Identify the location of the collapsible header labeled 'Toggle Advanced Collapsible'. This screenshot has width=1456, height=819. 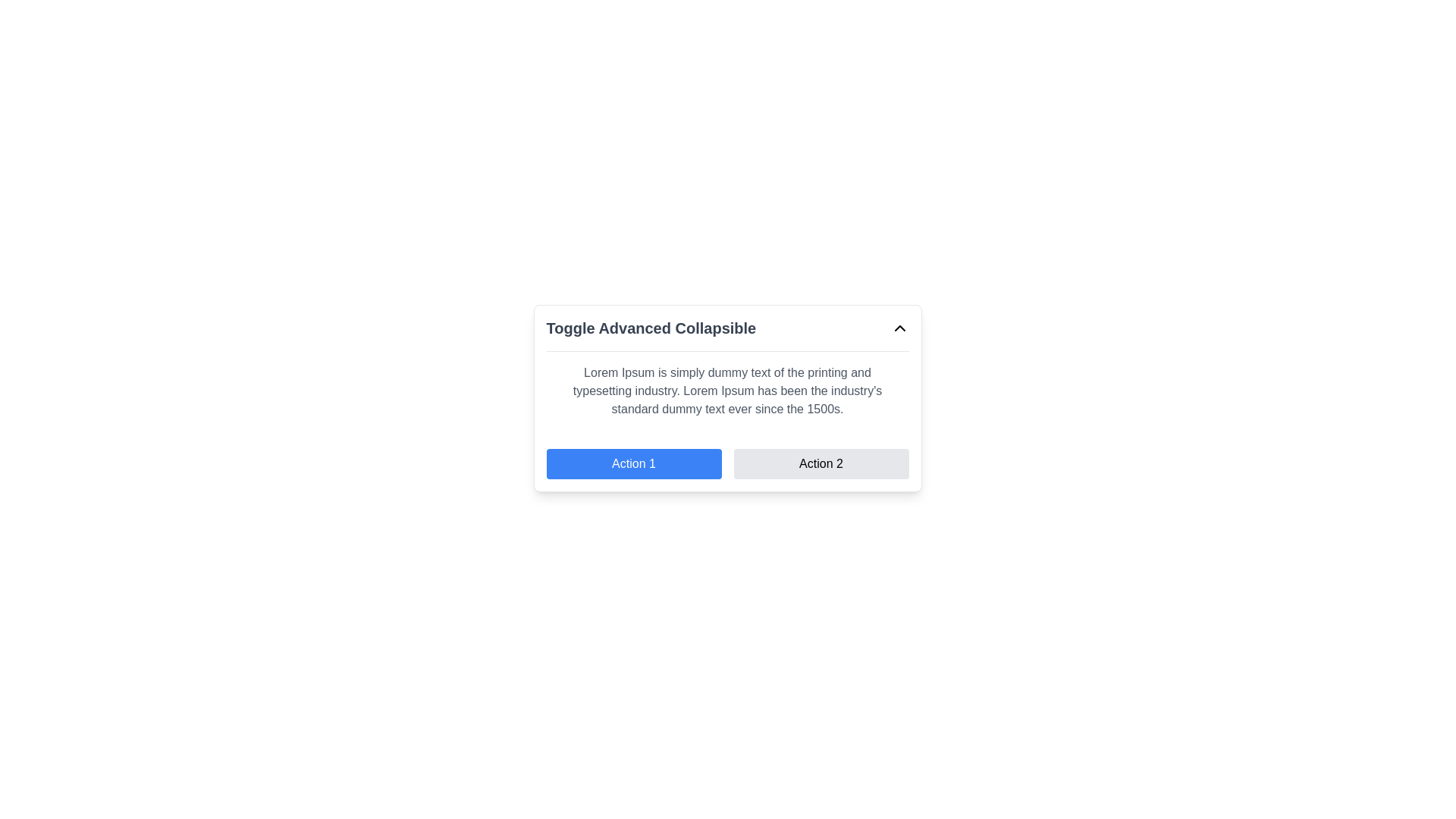
(726, 327).